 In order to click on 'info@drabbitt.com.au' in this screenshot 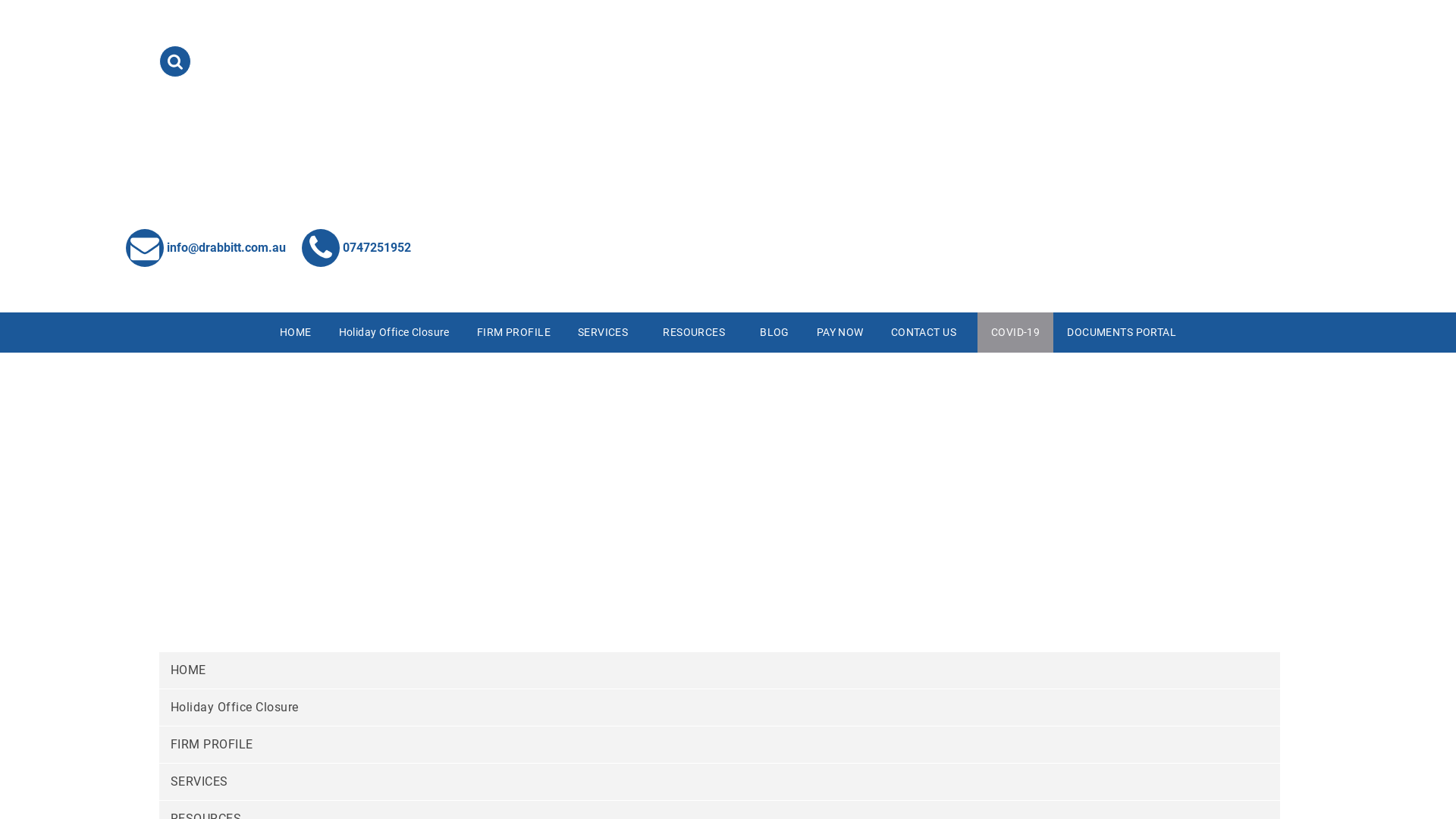, I will do `click(205, 246)`.